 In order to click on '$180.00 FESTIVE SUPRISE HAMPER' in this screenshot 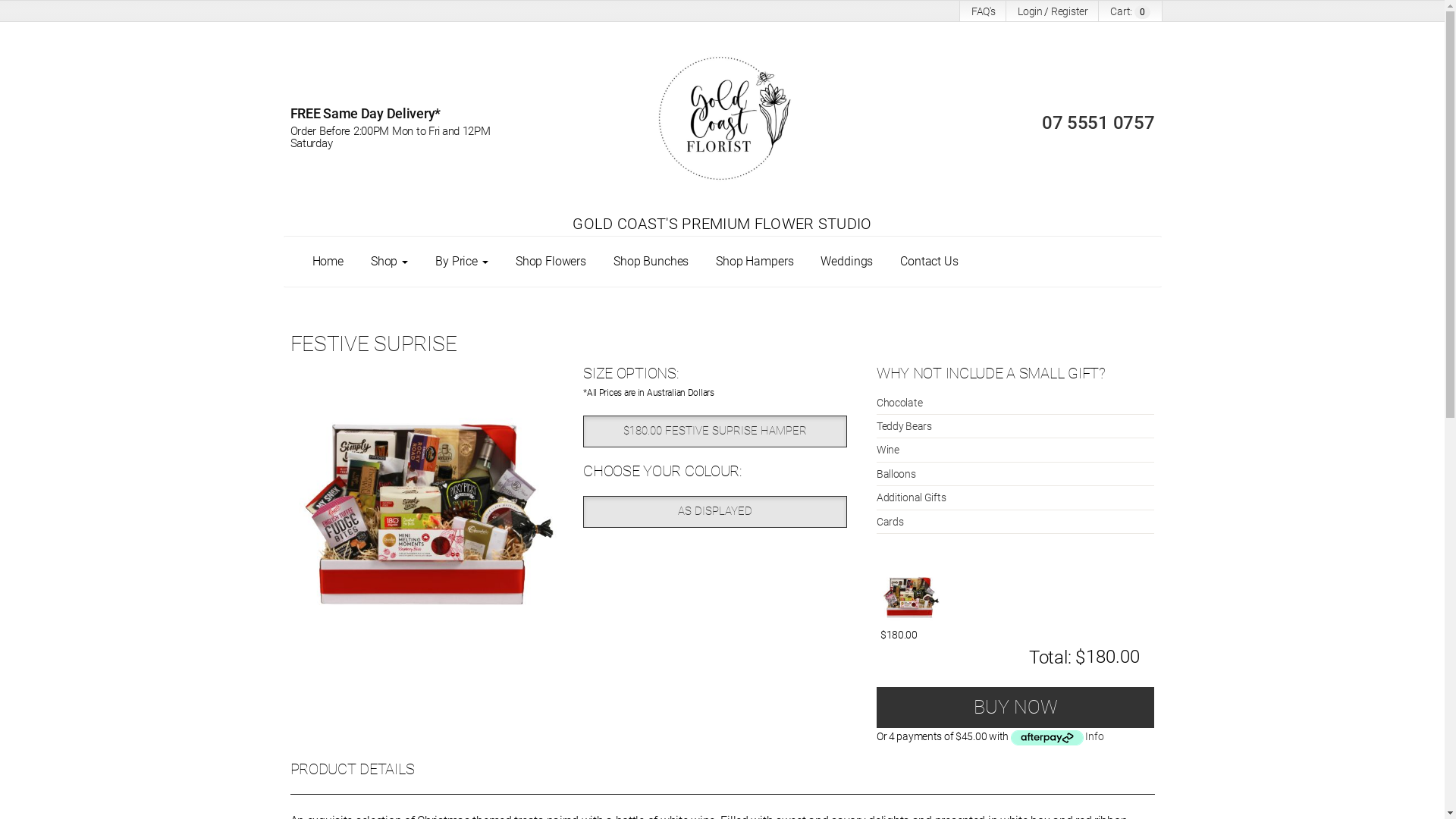, I will do `click(714, 431)`.